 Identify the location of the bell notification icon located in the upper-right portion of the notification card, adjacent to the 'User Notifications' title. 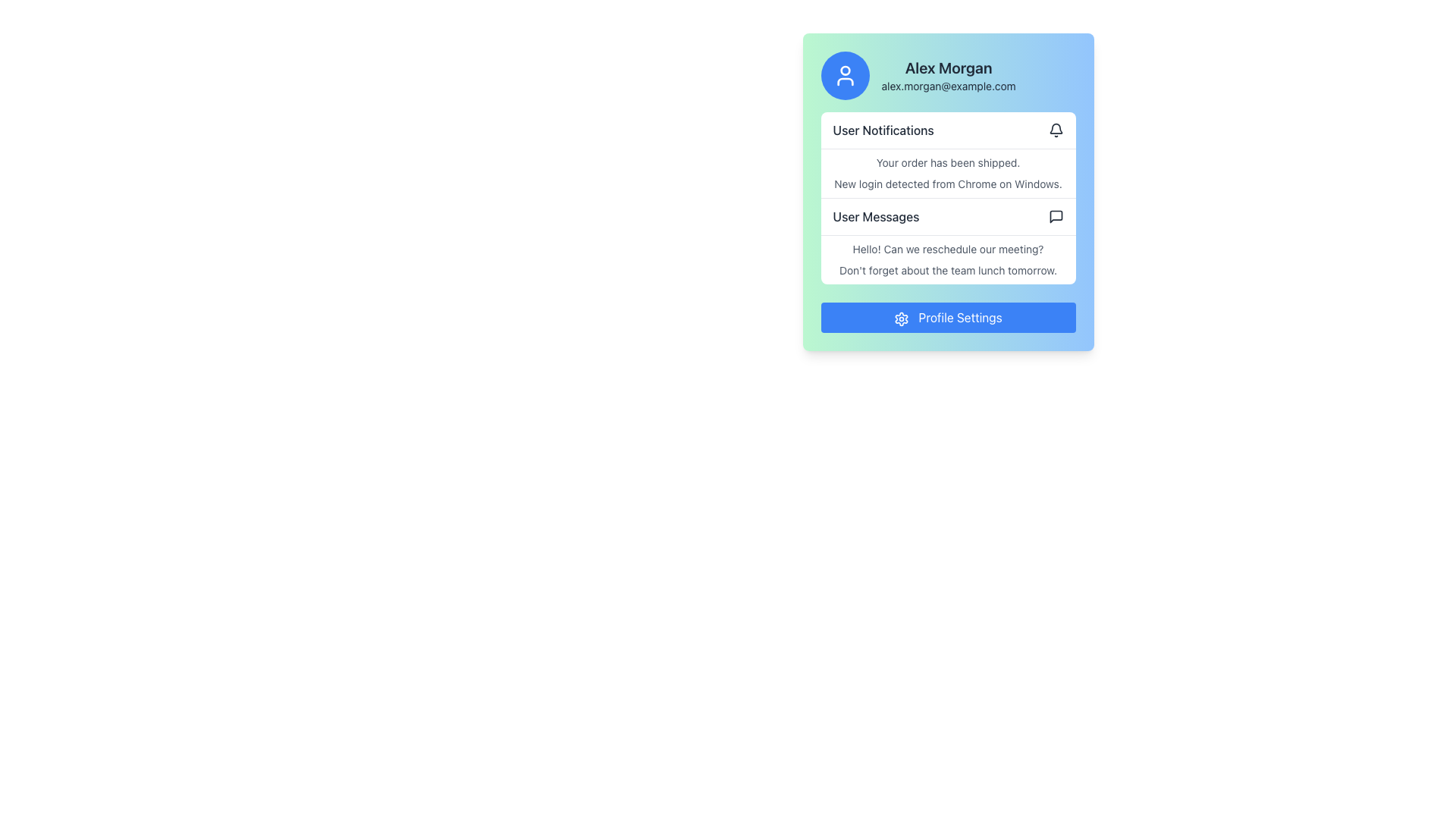
(1055, 127).